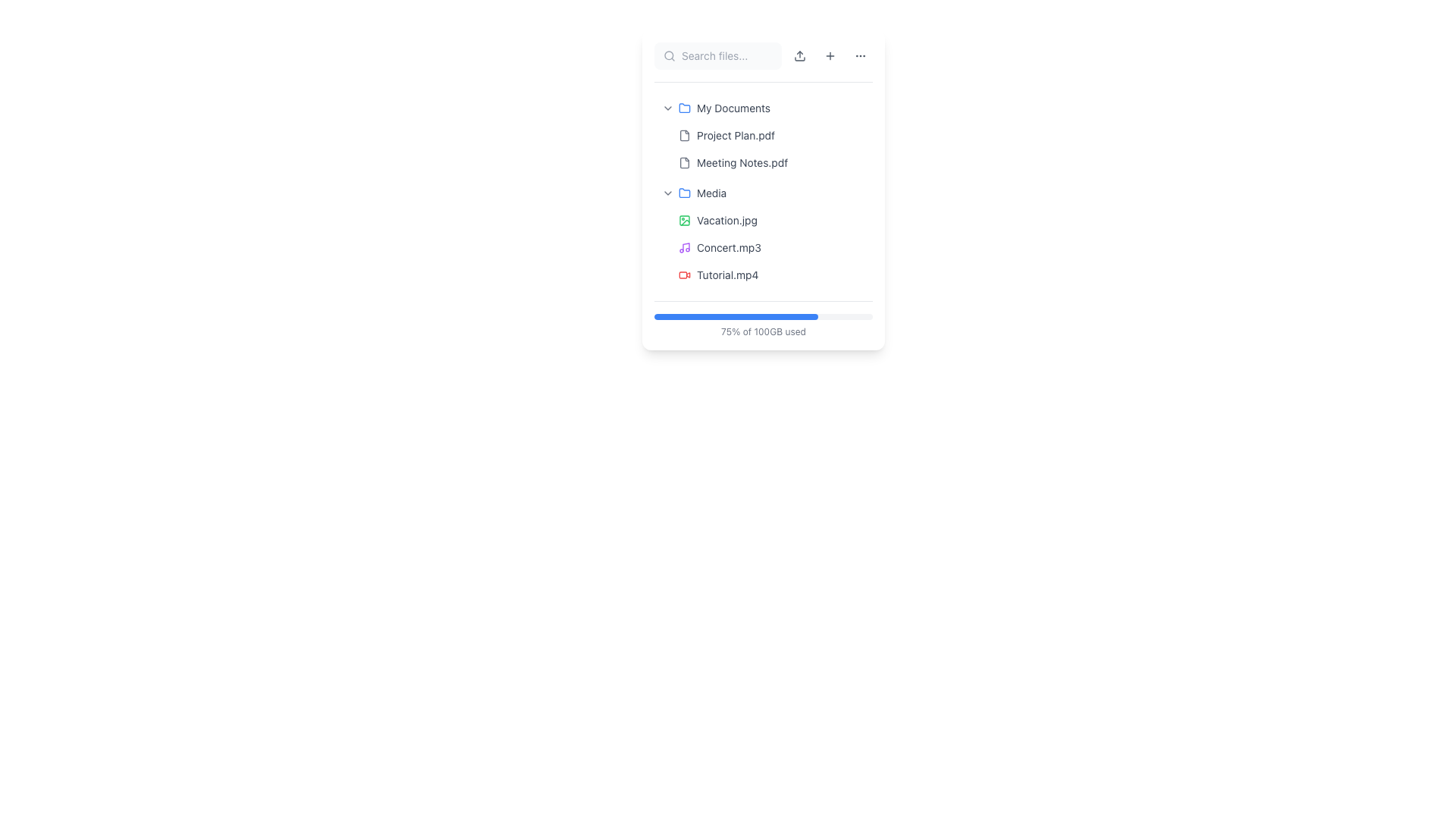 The height and width of the screenshot is (819, 1456). I want to click on the text label displaying '75% of 100GB used.' which is positioned below the progress bar and centrally aligned in the layout panel, so click(764, 331).